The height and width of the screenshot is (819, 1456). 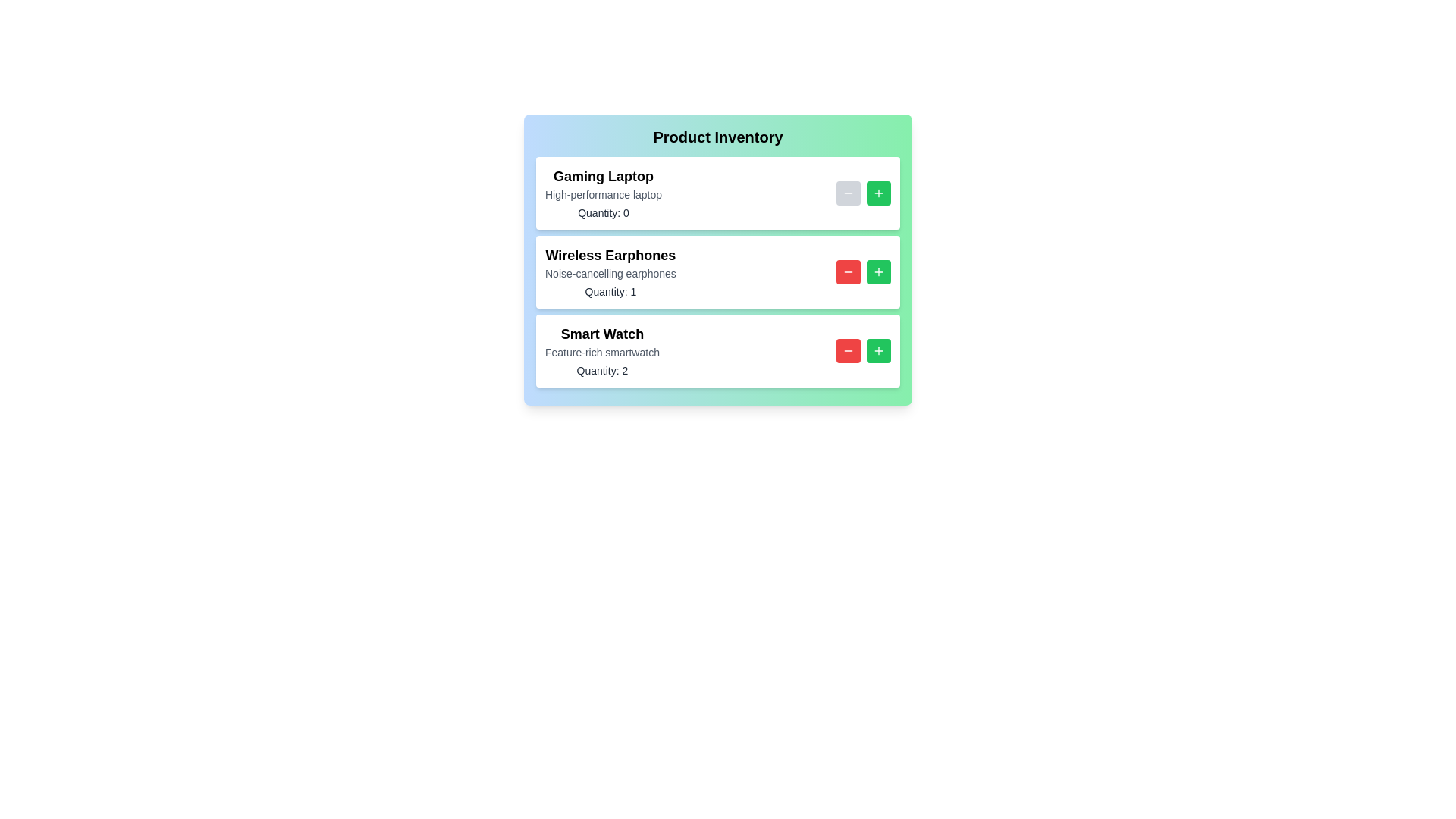 What do you see at coordinates (878, 192) in the screenshot?
I see `'+' button for the product identified by Gaming Laptop` at bounding box center [878, 192].